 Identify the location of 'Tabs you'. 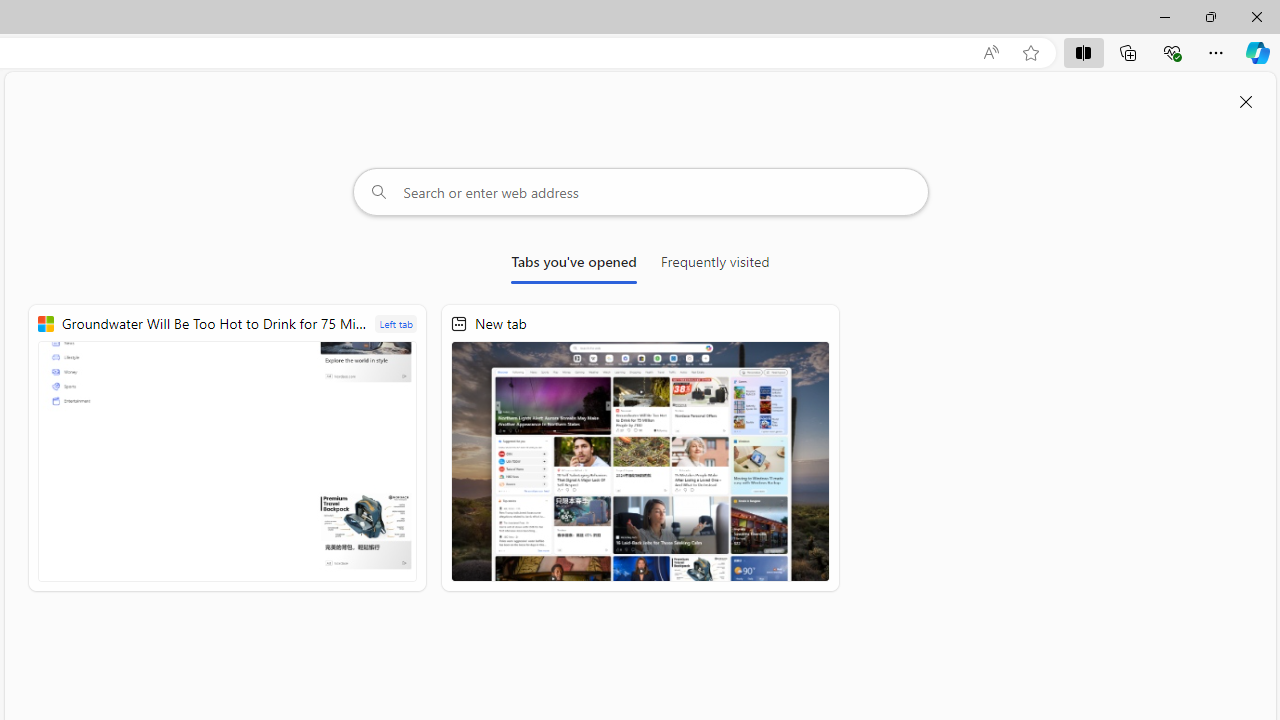
(573, 265).